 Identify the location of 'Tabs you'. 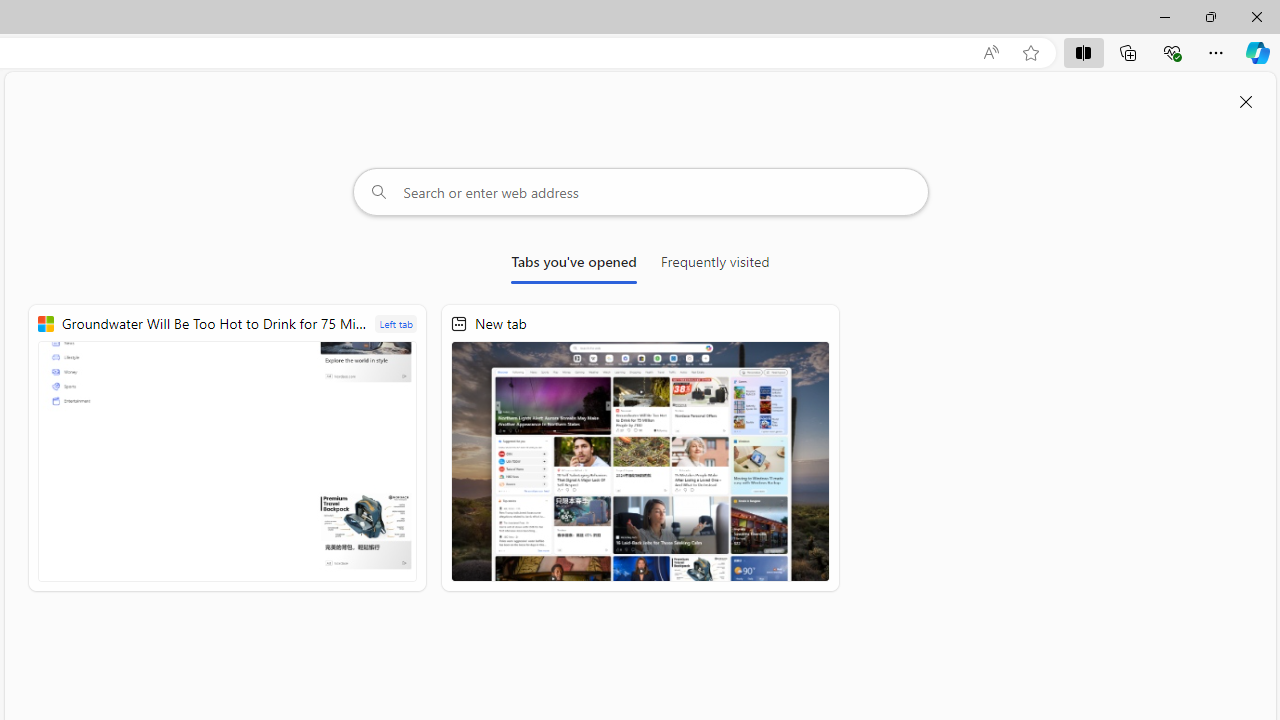
(573, 265).